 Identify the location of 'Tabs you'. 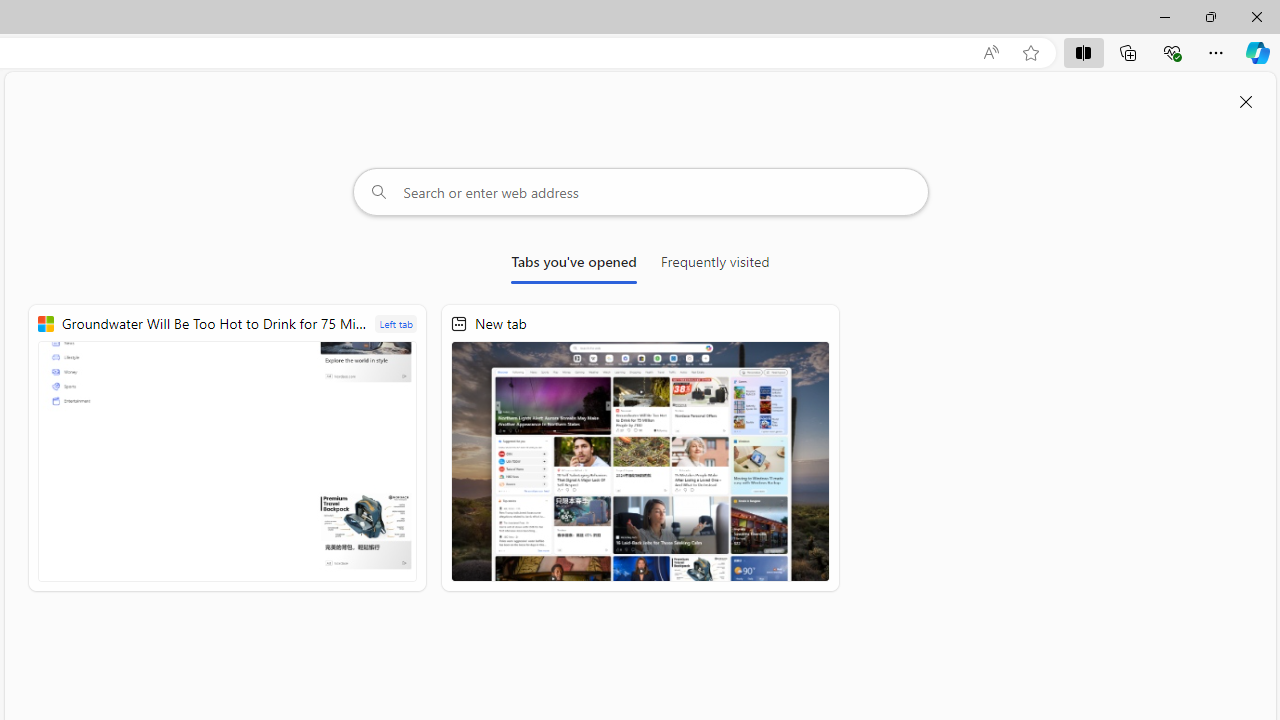
(573, 265).